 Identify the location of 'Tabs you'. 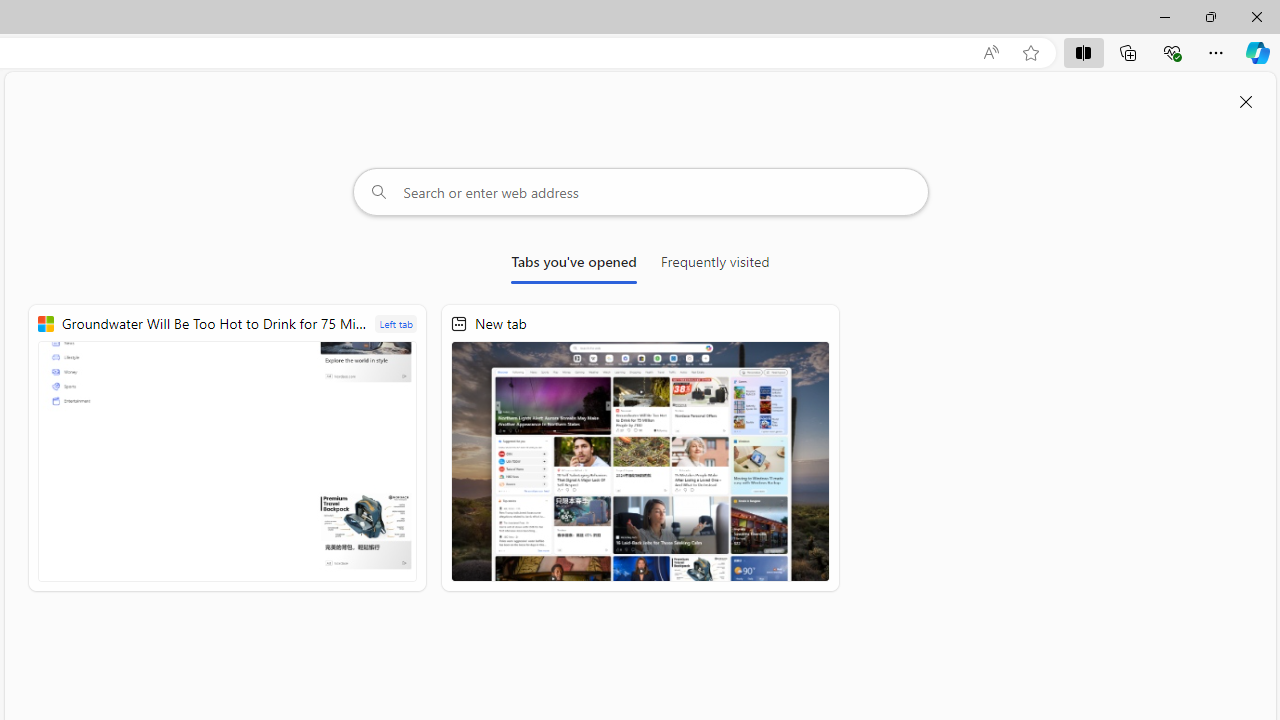
(573, 265).